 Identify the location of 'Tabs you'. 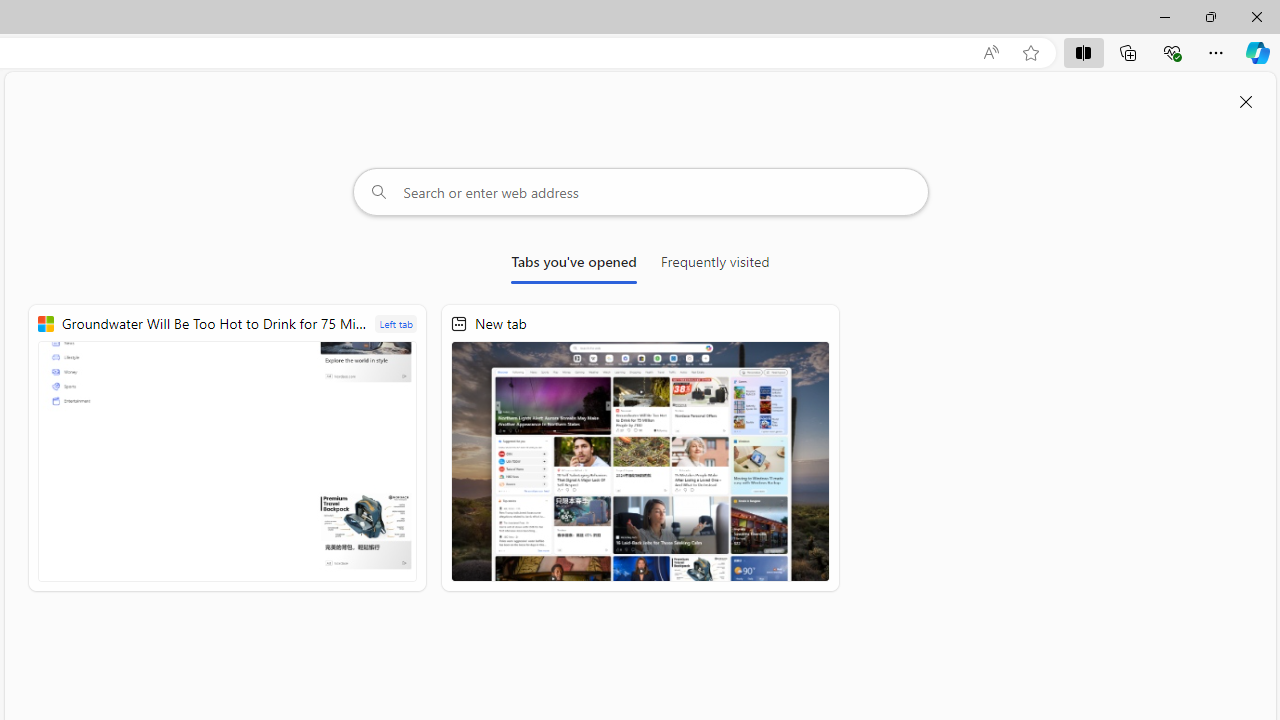
(573, 265).